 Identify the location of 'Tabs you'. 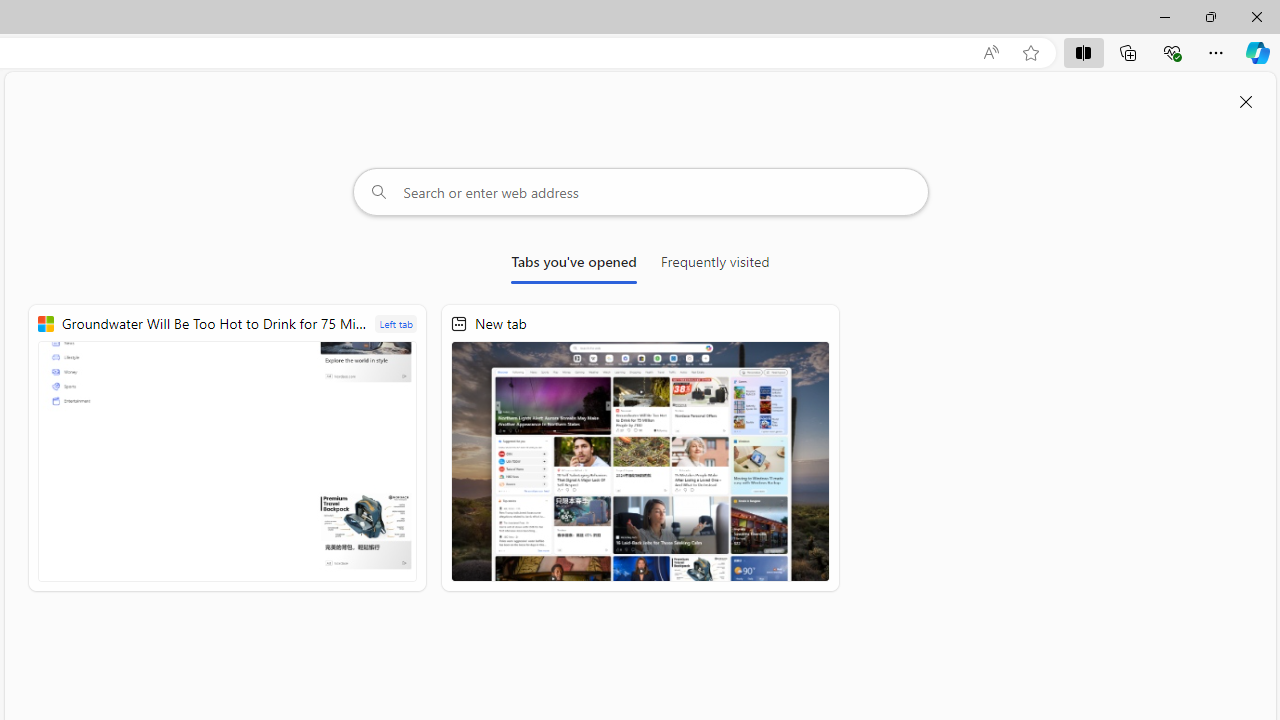
(573, 265).